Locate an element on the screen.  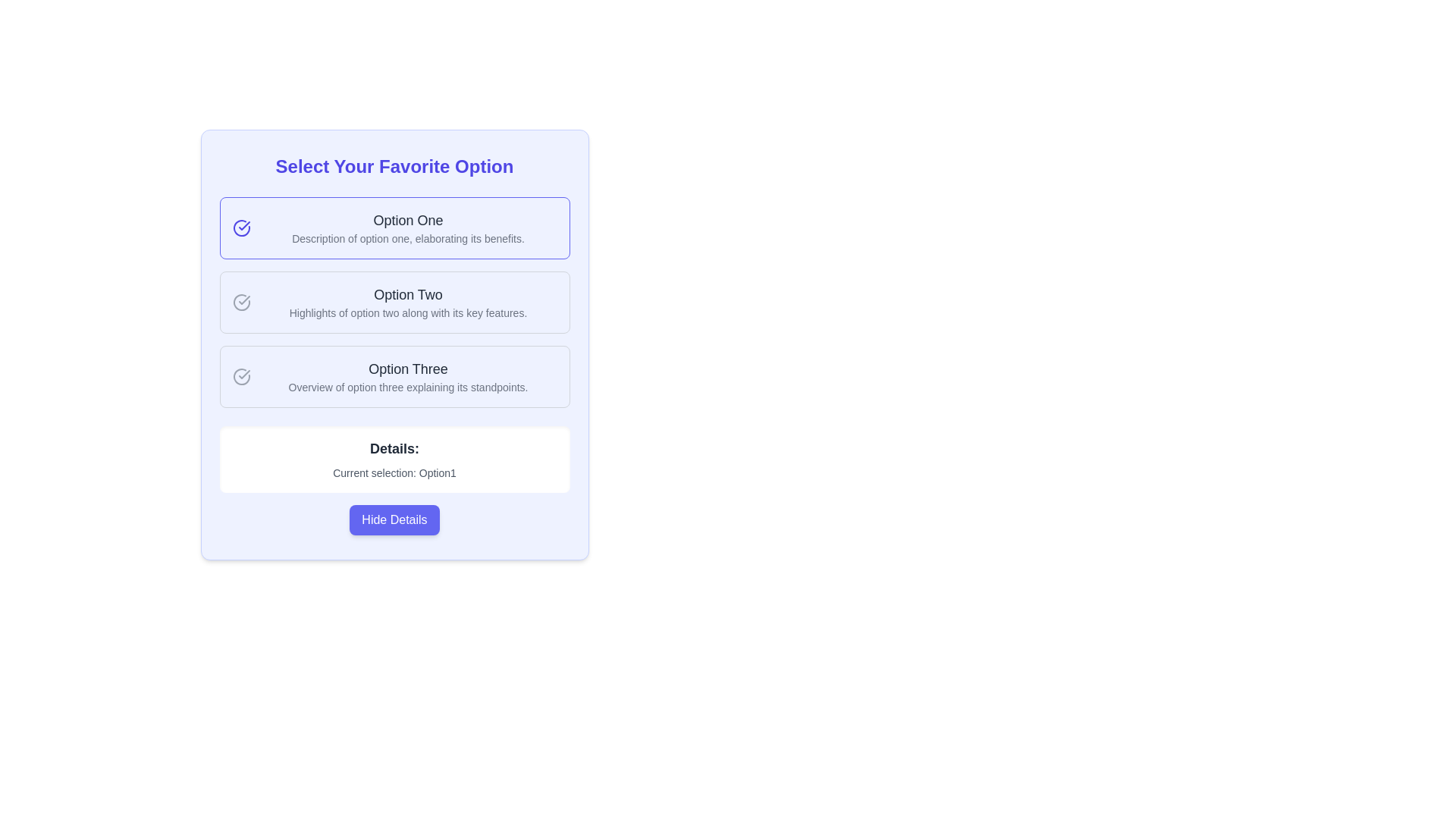
textual content 'Overview of option three explaining its standpoints.' located under the header for 'Option Three' in the bottom half of the section group is located at coordinates (408, 386).